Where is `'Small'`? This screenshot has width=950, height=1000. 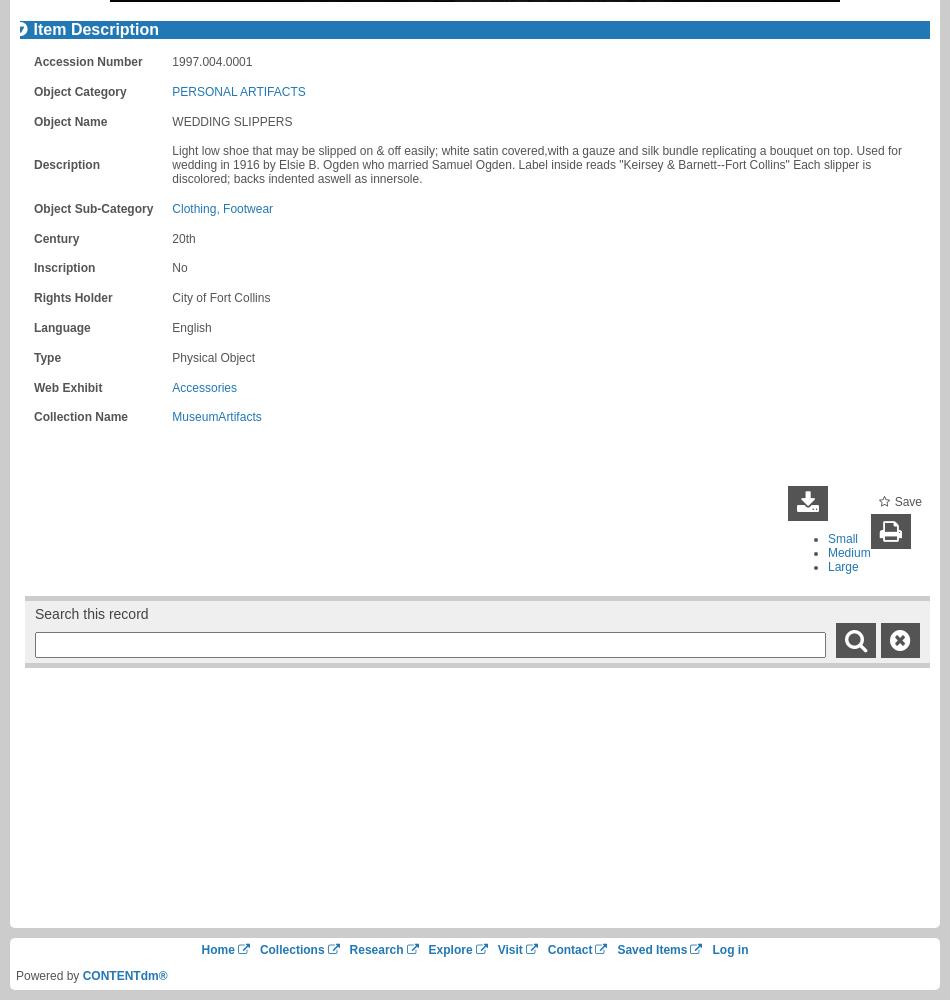 'Small' is located at coordinates (840, 538).